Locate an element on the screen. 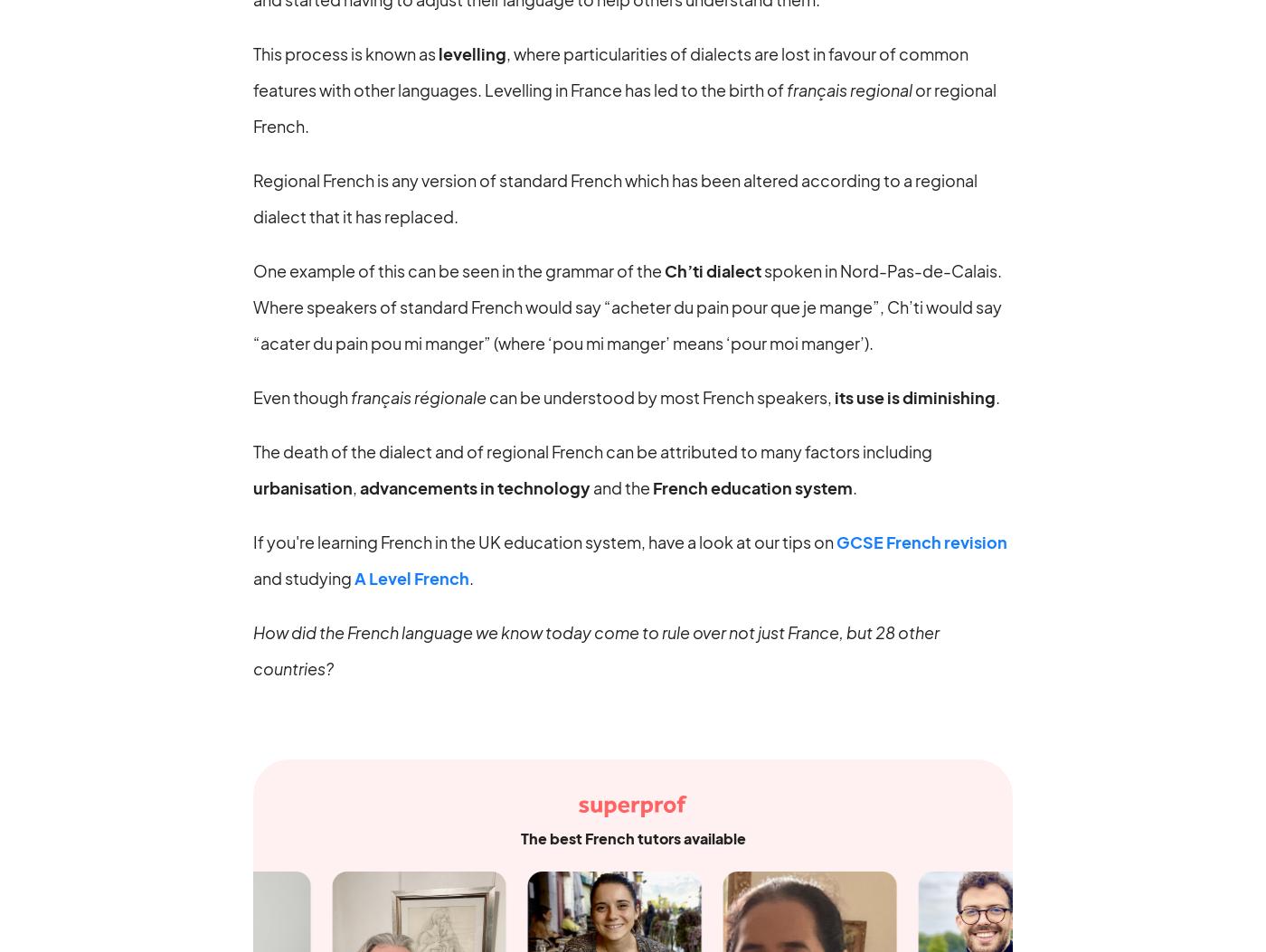  'or regional French.' is located at coordinates (253, 107).